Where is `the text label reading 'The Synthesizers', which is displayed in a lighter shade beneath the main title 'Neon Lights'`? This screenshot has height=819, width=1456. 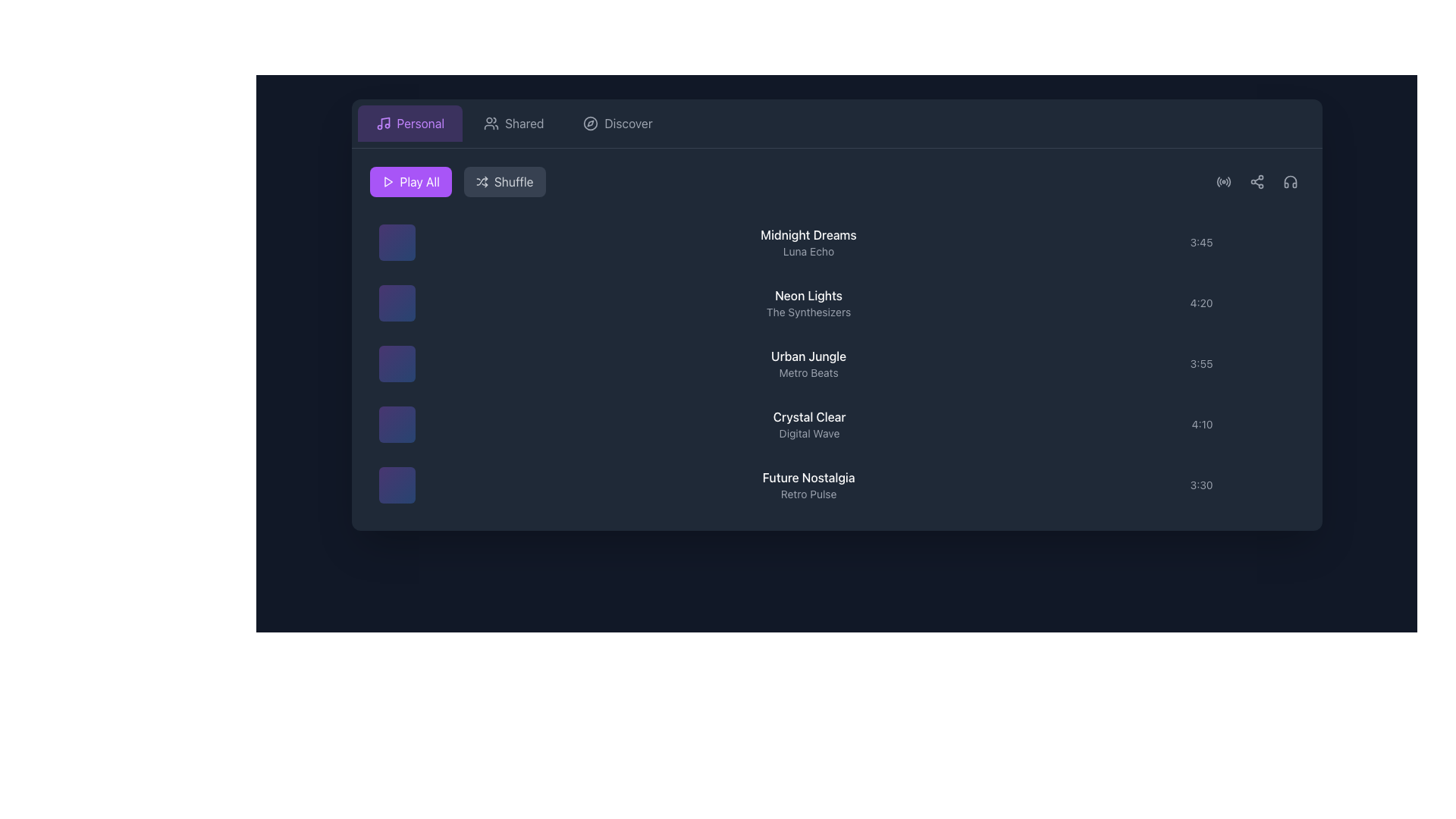
the text label reading 'The Synthesizers', which is displayed in a lighter shade beneath the main title 'Neon Lights' is located at coordinates (808, 312).